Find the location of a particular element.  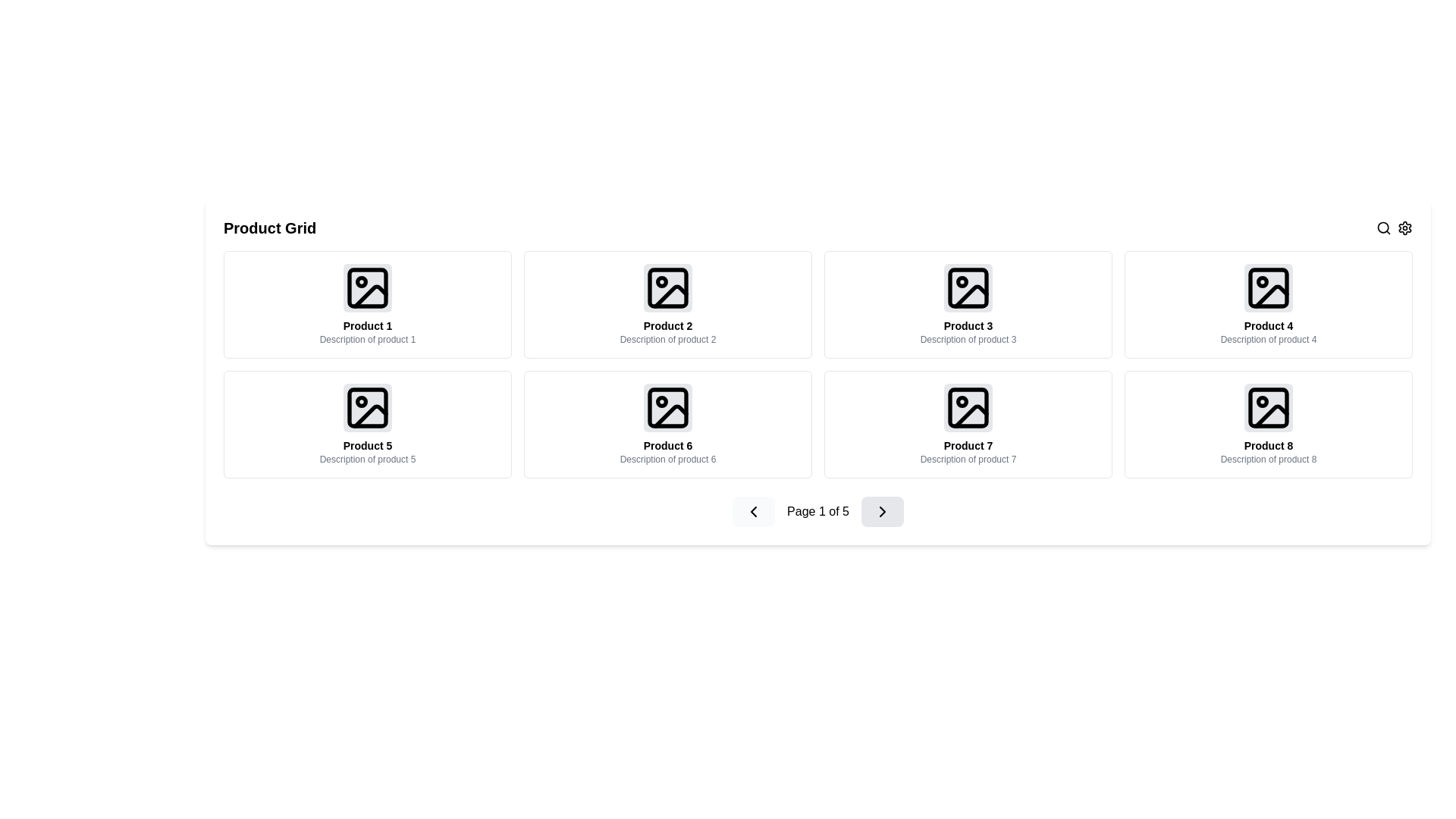

the text label element that displays 'Product 1', which is styled in bold, black text and positioned above the product description is located at coordinates (367, 325).